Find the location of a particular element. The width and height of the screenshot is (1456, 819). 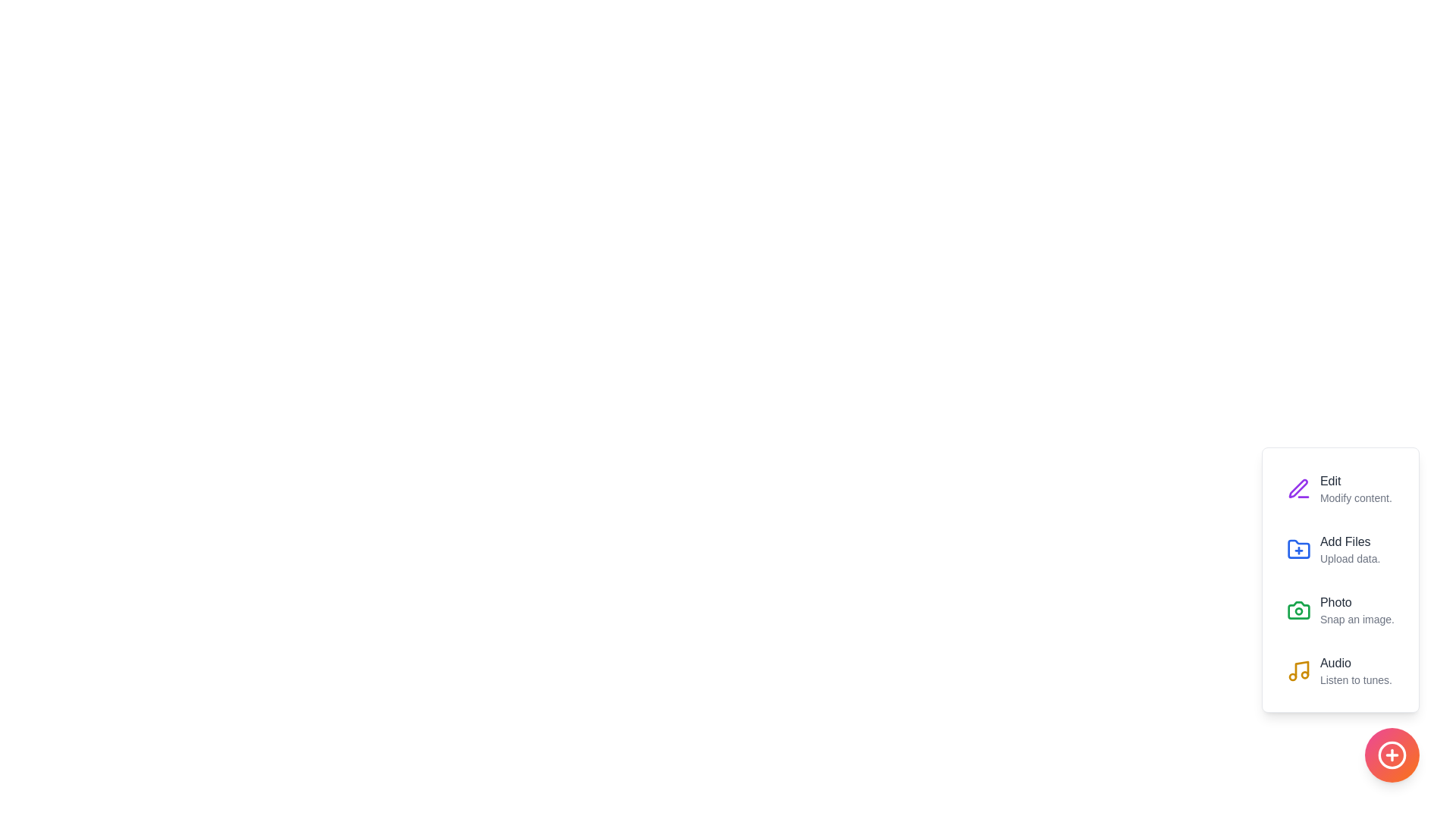

the Edit option from the menu is located at coordinates (1340, 488).